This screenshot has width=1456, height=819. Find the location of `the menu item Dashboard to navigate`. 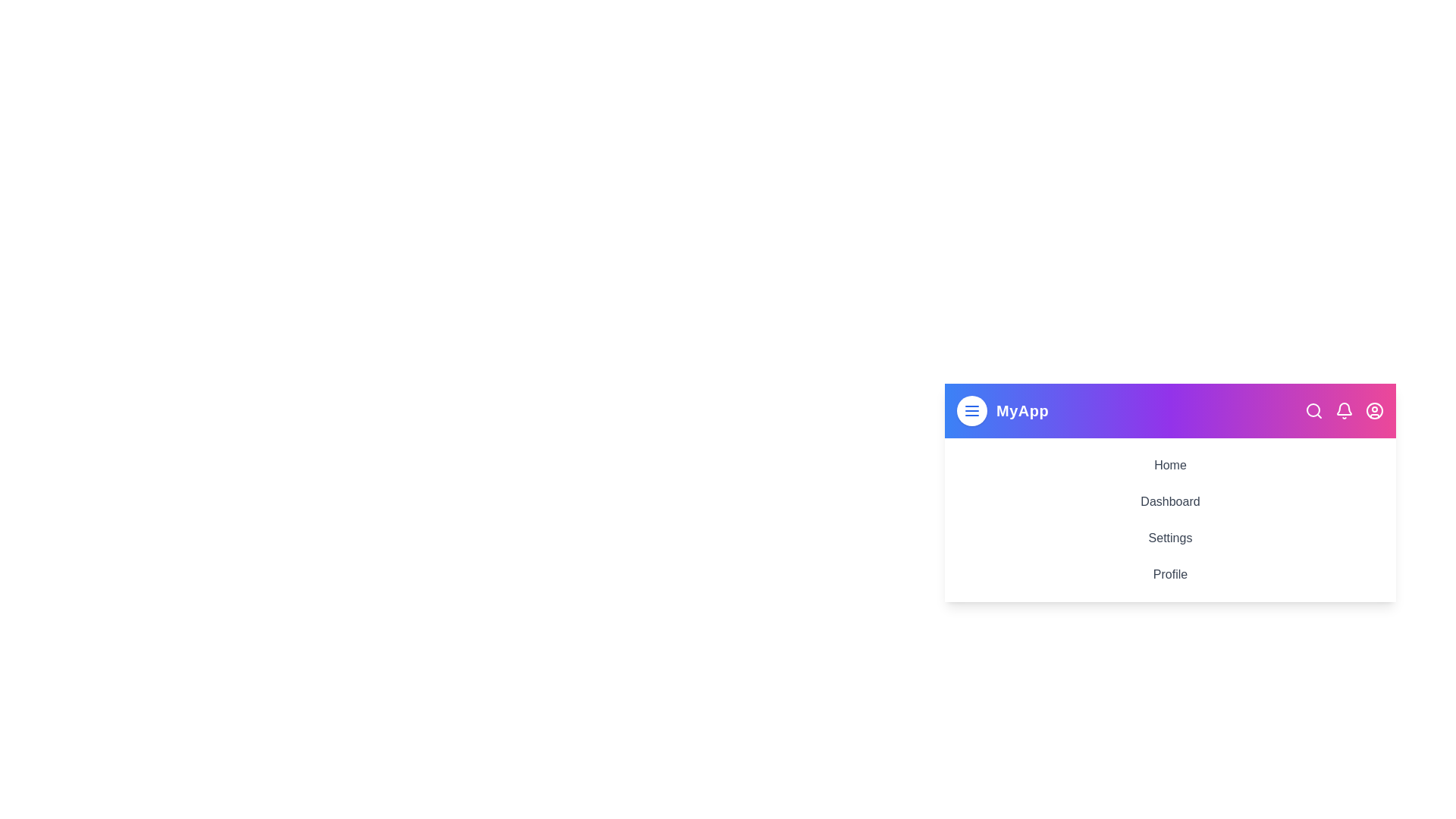

the menu item Dashboard to navigate is located at coordinates (1169, 502).